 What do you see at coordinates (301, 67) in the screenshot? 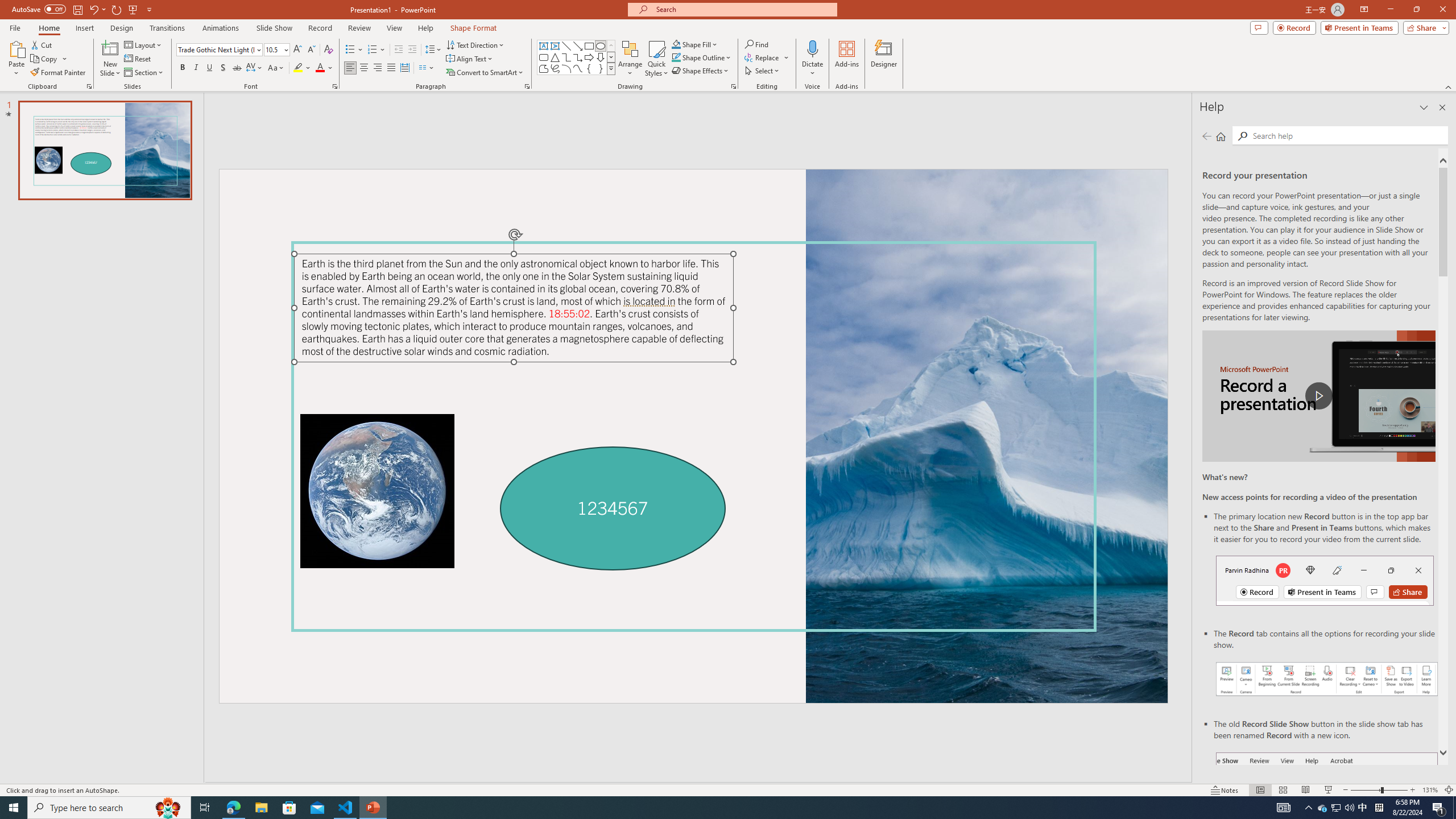
I see `'Text Highlight Color'` at bounding box center [301, 67].